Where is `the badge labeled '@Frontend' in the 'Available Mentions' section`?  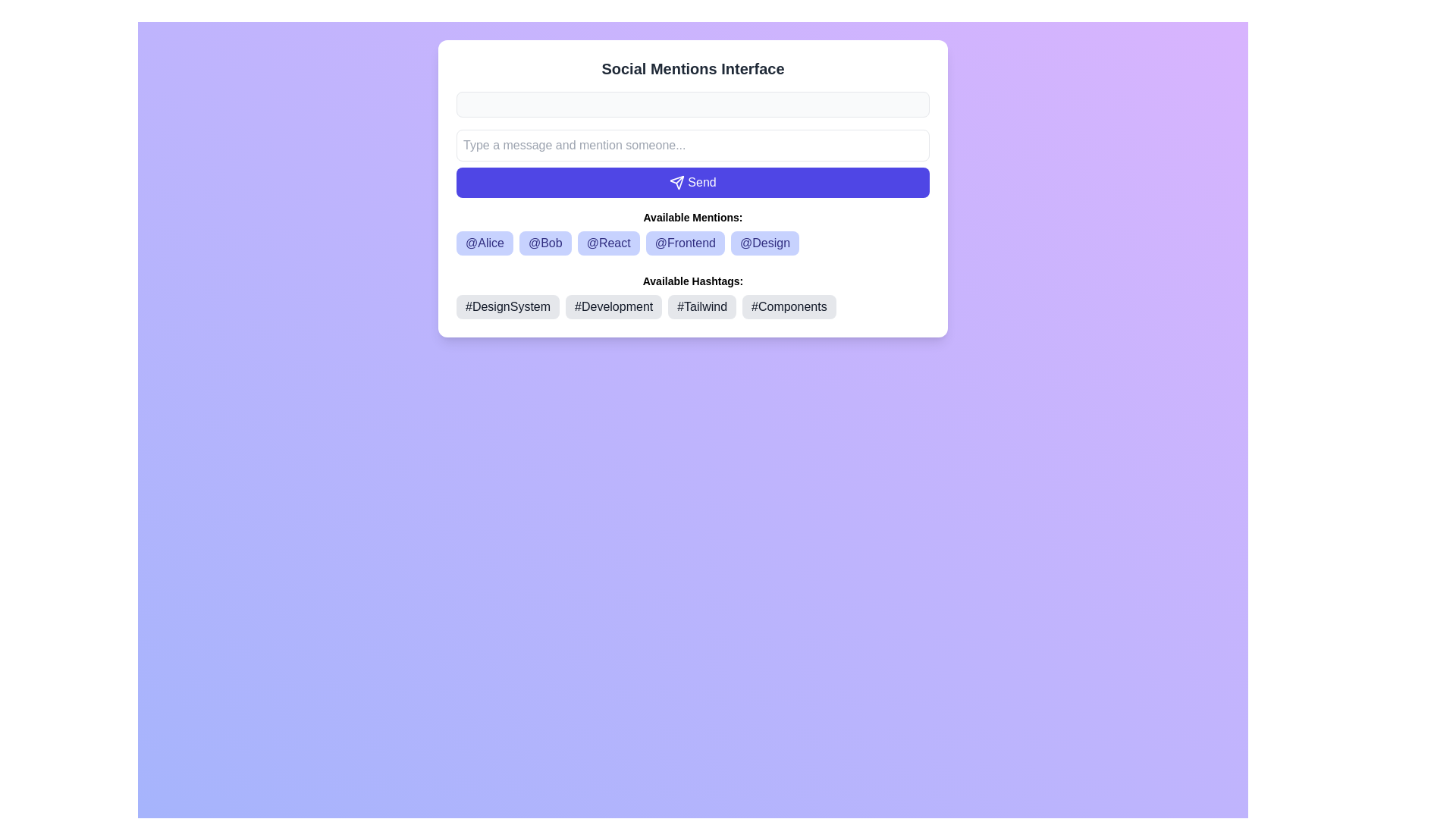 the badge labeled '@Frontend' in the 'Available Mentions' section is located at coordinates (684, 242).